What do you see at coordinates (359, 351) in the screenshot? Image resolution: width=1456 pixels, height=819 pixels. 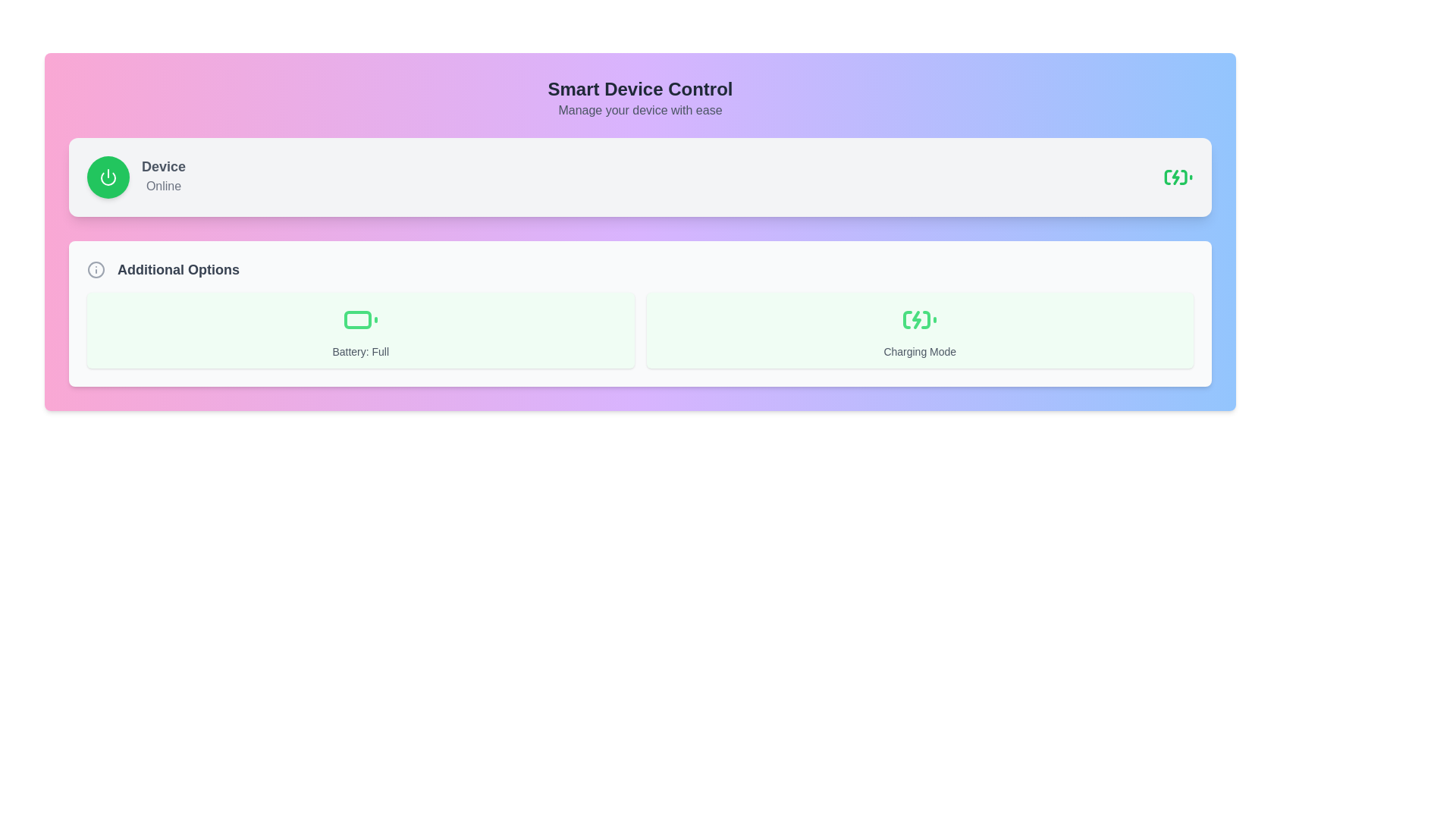 I see `the Text Label displaying 'Battery: Full', which is centrally aligned within a green rounded rectangular background and located below the battery icon` at bounding box center [359, 351].